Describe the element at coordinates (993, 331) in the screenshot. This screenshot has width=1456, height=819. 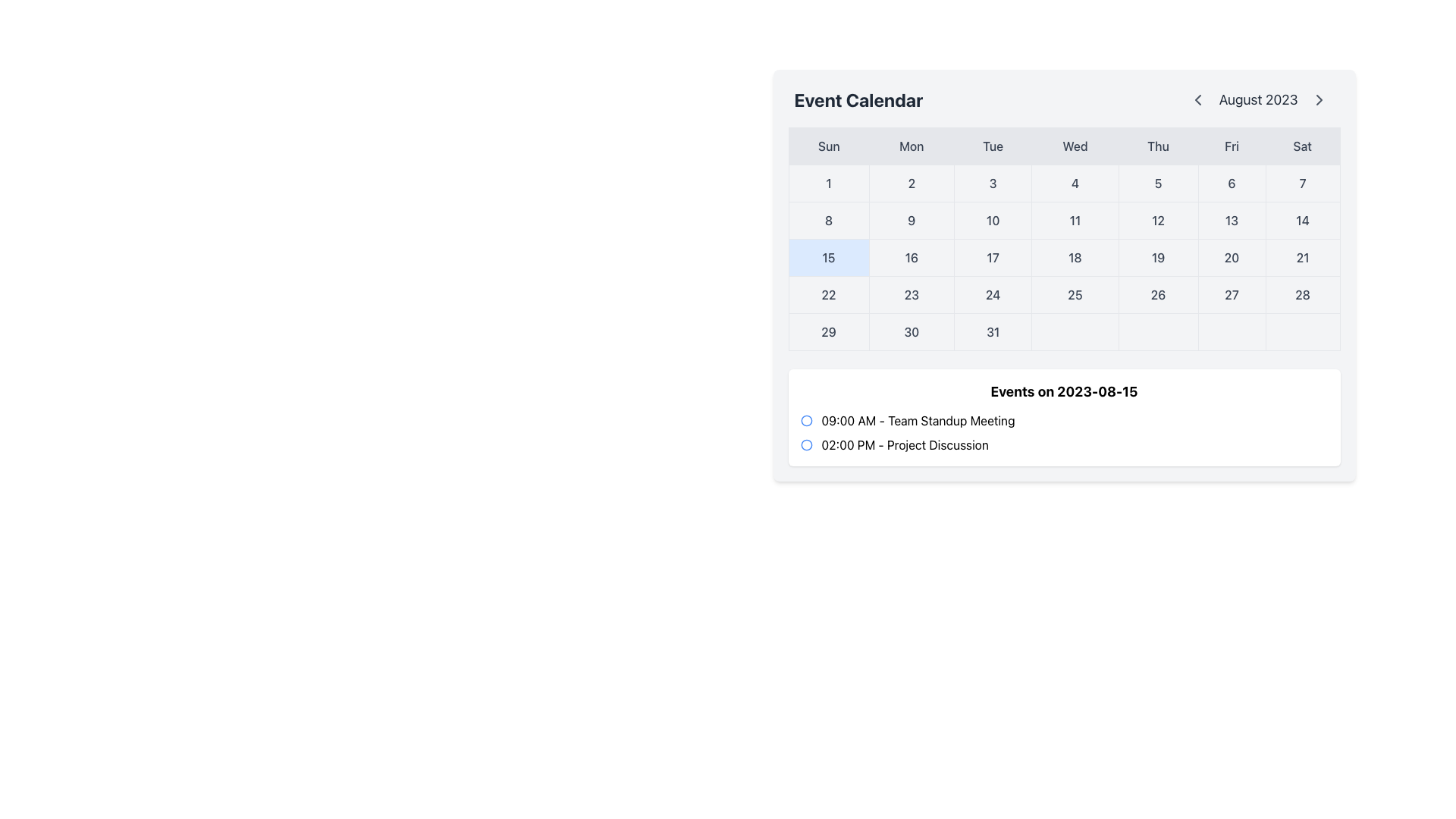
I see `the Day cell in the calendar grid representing the date '31'` at that location.